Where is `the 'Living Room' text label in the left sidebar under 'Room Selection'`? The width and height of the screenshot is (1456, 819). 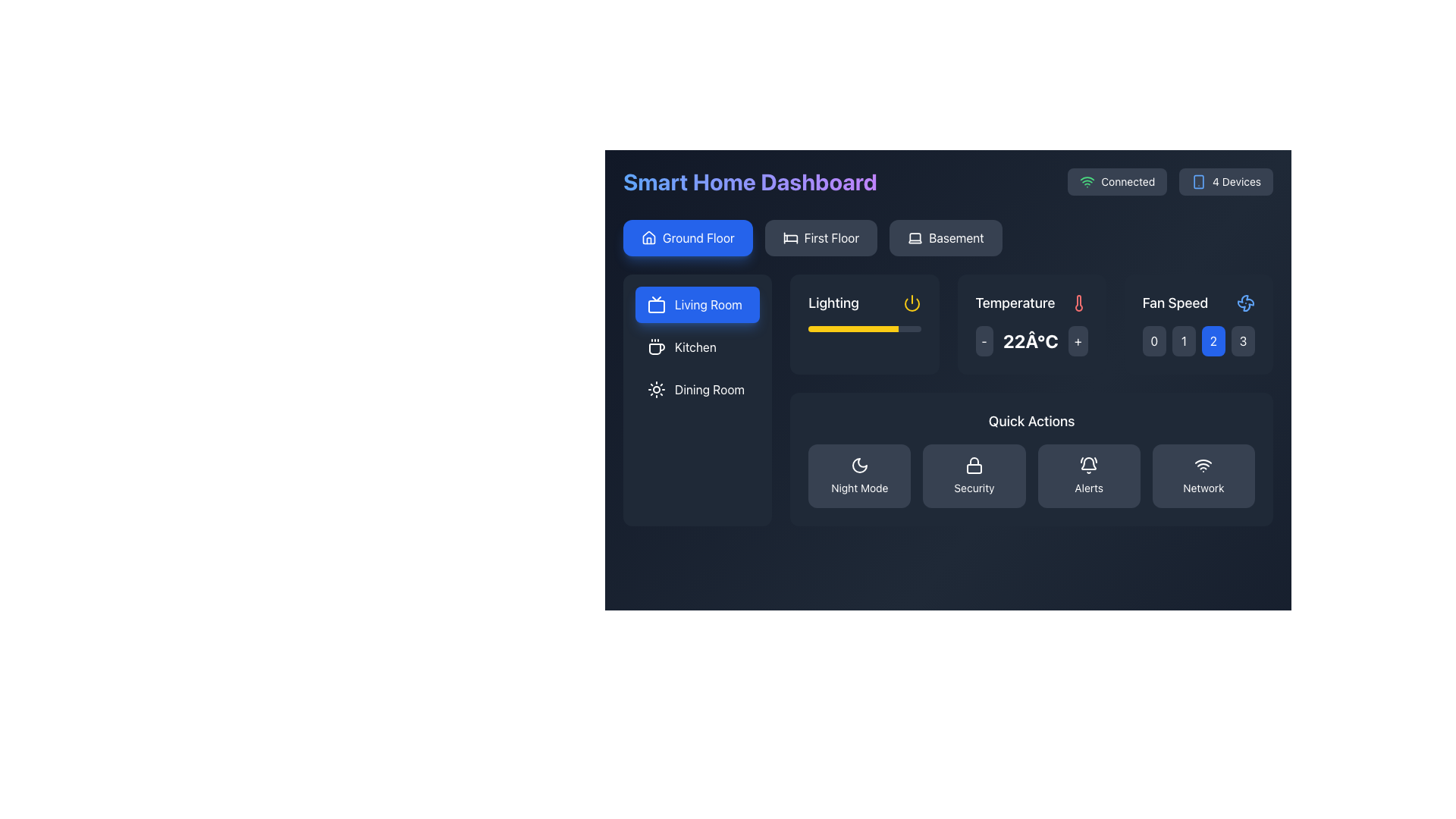
the 'Living Room' text label in the left sidebar under 'Room Selection' is located at coordinates (708, 304).